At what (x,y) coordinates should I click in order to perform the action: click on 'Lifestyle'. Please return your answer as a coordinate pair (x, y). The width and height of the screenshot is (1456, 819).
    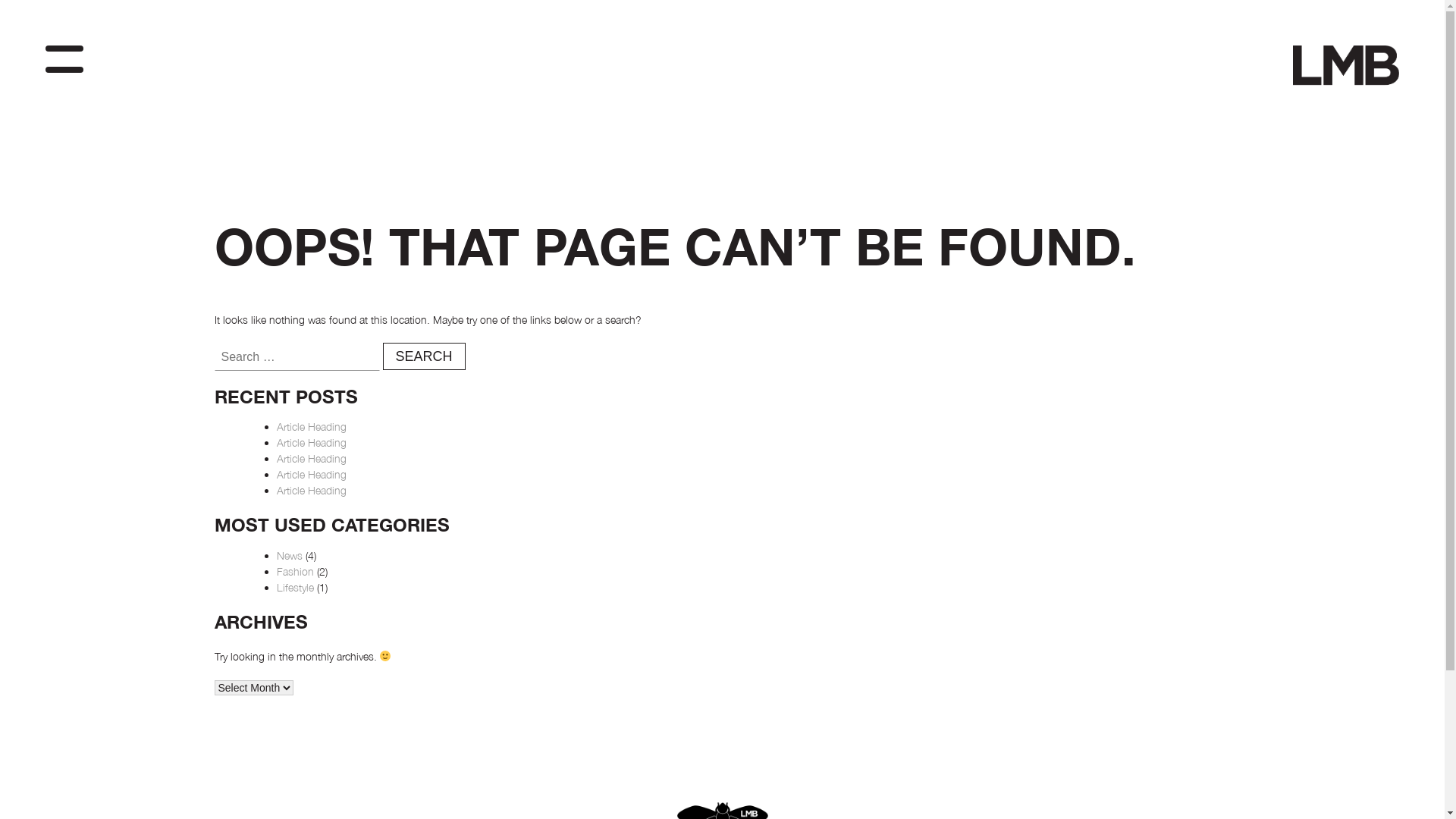
    Looking at the image, I should click on (294, 586).